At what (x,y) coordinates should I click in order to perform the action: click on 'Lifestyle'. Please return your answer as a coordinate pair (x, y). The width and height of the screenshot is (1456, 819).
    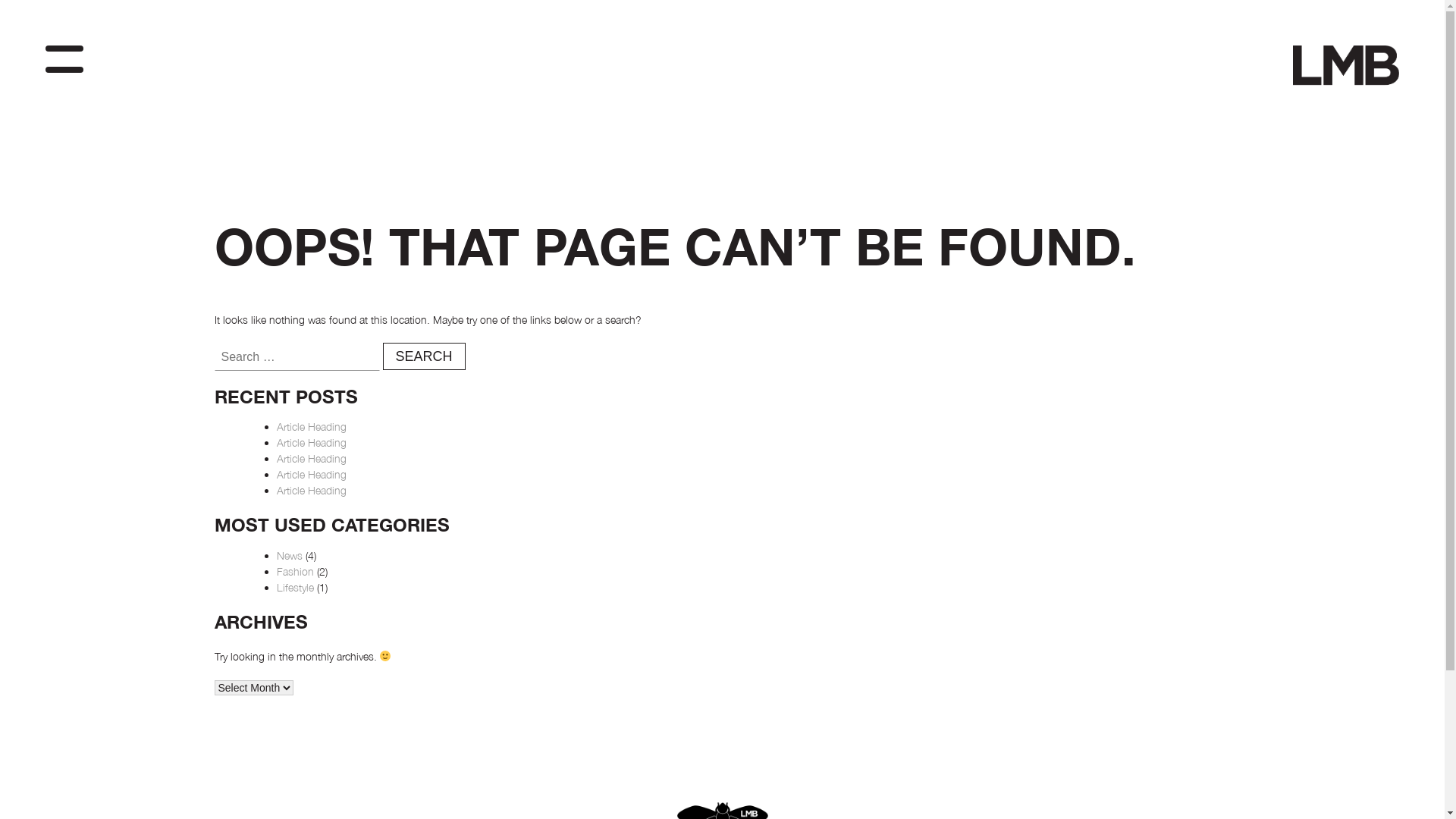
    Looking at the image, I should click on (294, 586).